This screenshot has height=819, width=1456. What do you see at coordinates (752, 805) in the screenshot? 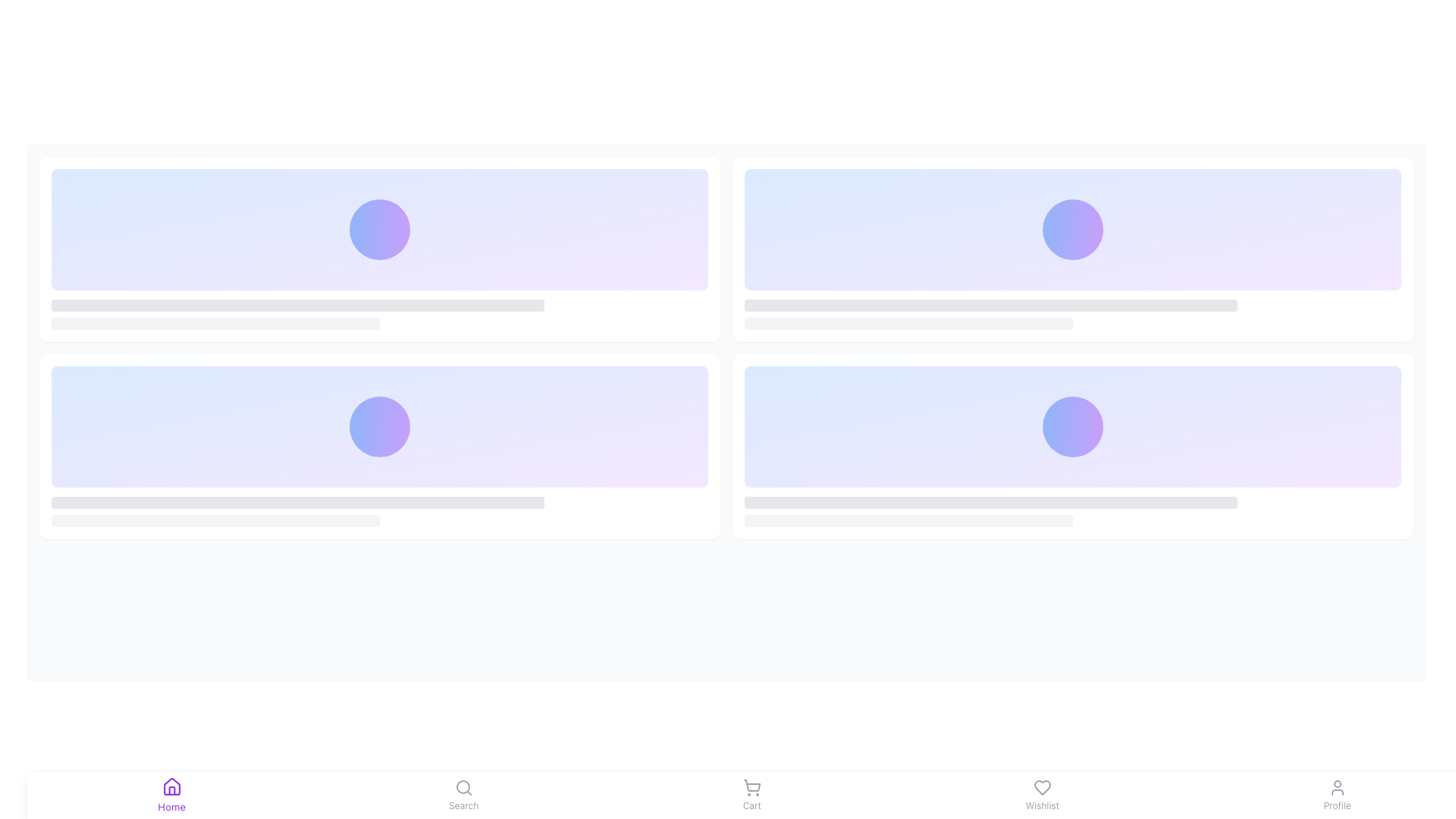
I see `the Text Label that indicates the shopping cart functionality in the bottom navigation bar` at bounding box center [752, 805].